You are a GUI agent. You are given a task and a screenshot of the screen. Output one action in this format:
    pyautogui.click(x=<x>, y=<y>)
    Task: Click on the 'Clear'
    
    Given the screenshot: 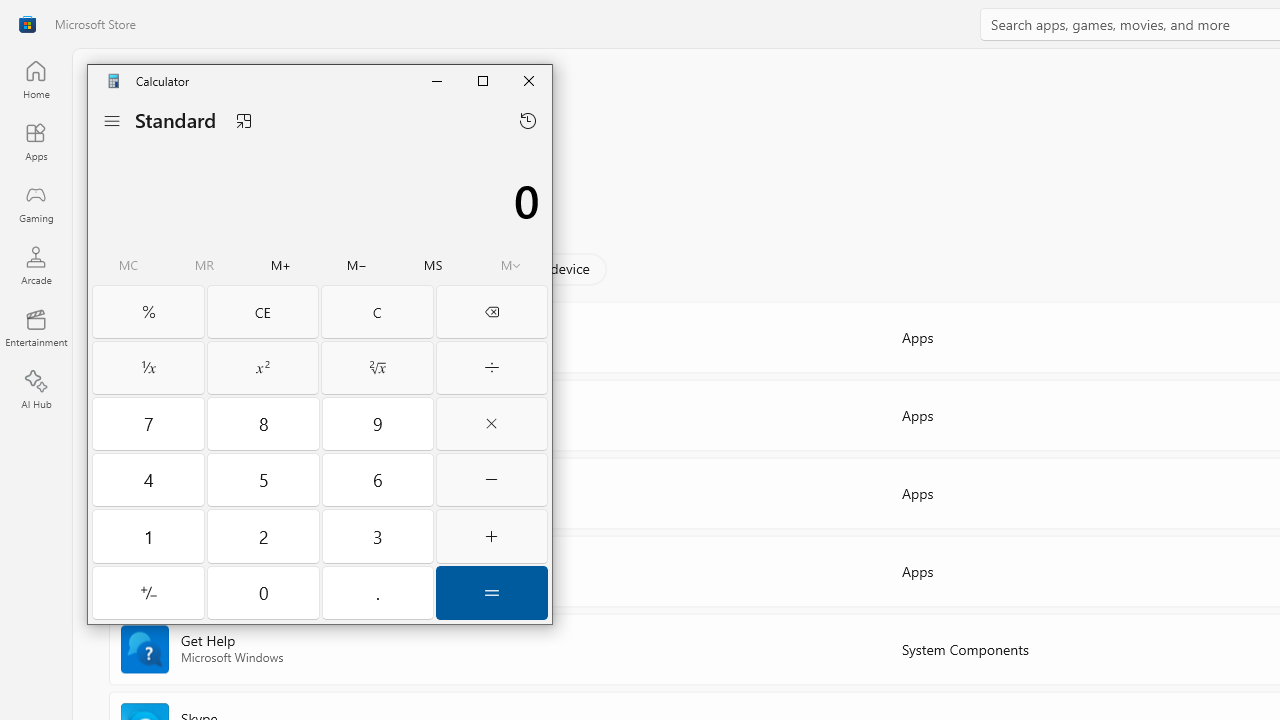 What is the action you would take?
    pyautogui.click(x=377, y=312)
    